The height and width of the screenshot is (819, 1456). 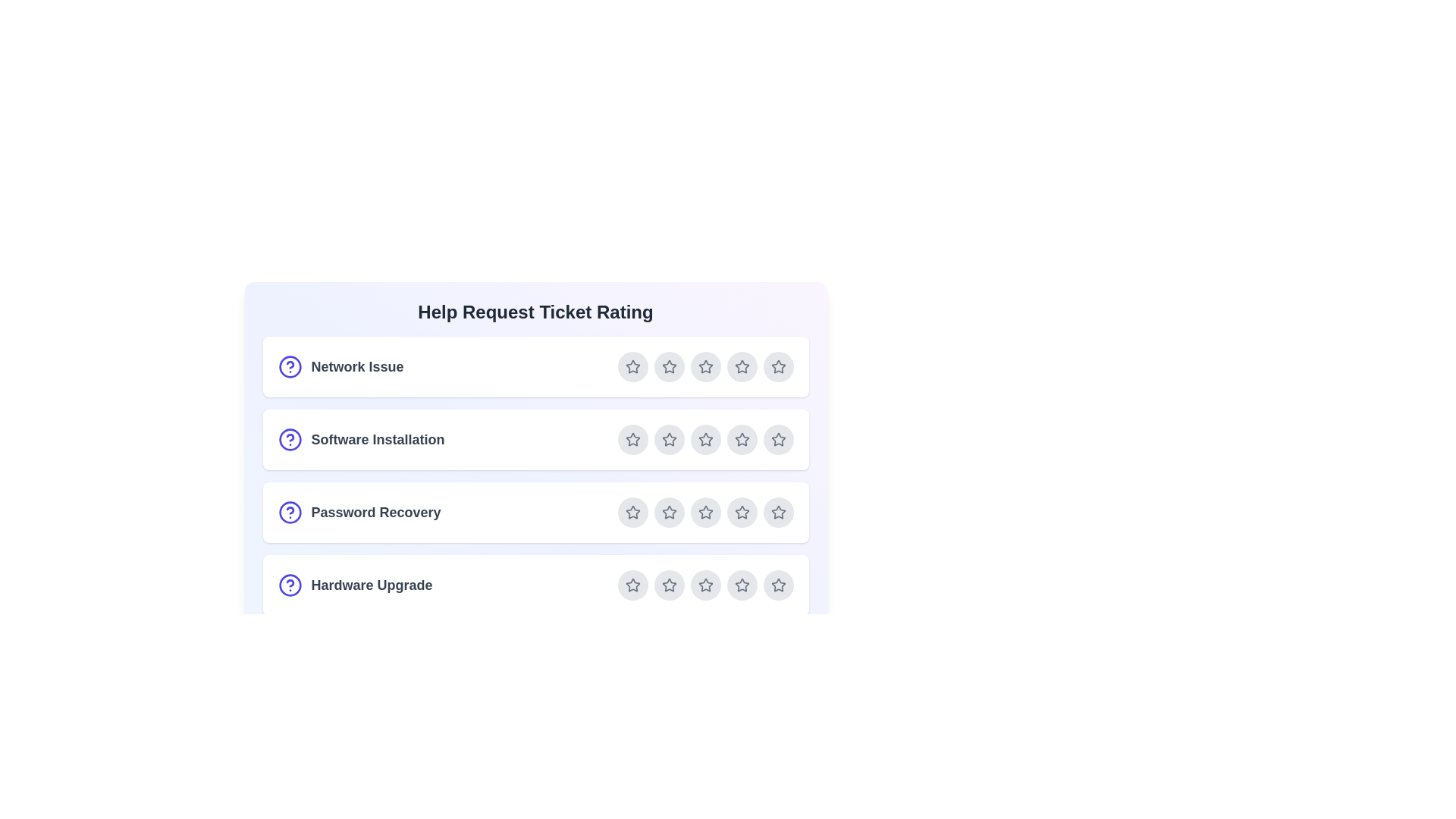 What do you see at coordinates (668, 366) in the screenshot?
I see `the star corresponding to 2 for the ticket Network Issue` at bounding box center [668, 366].